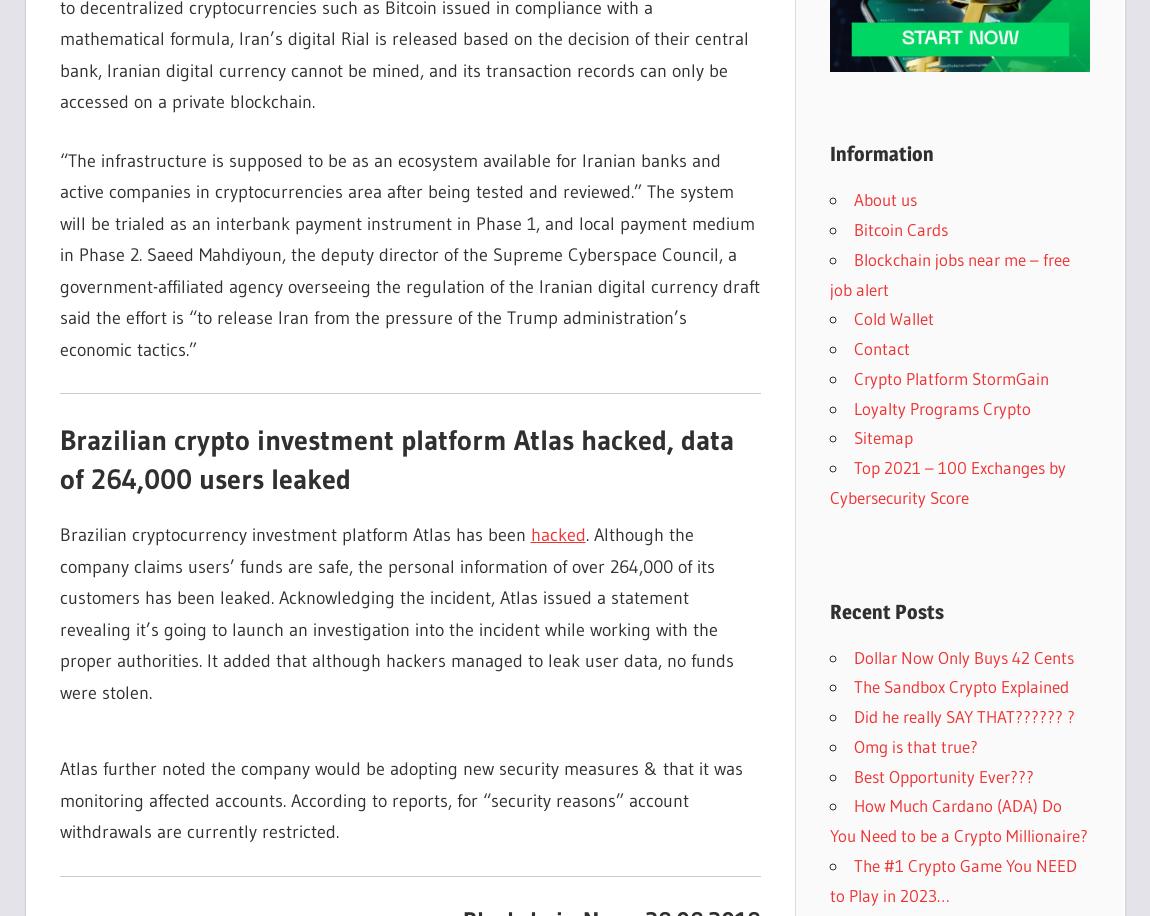 The image size is (1150, 916). What do you see at coordinates (882, 436) in the screenshot?
I see `'Sitemap'` at bounding box center [882, 436].